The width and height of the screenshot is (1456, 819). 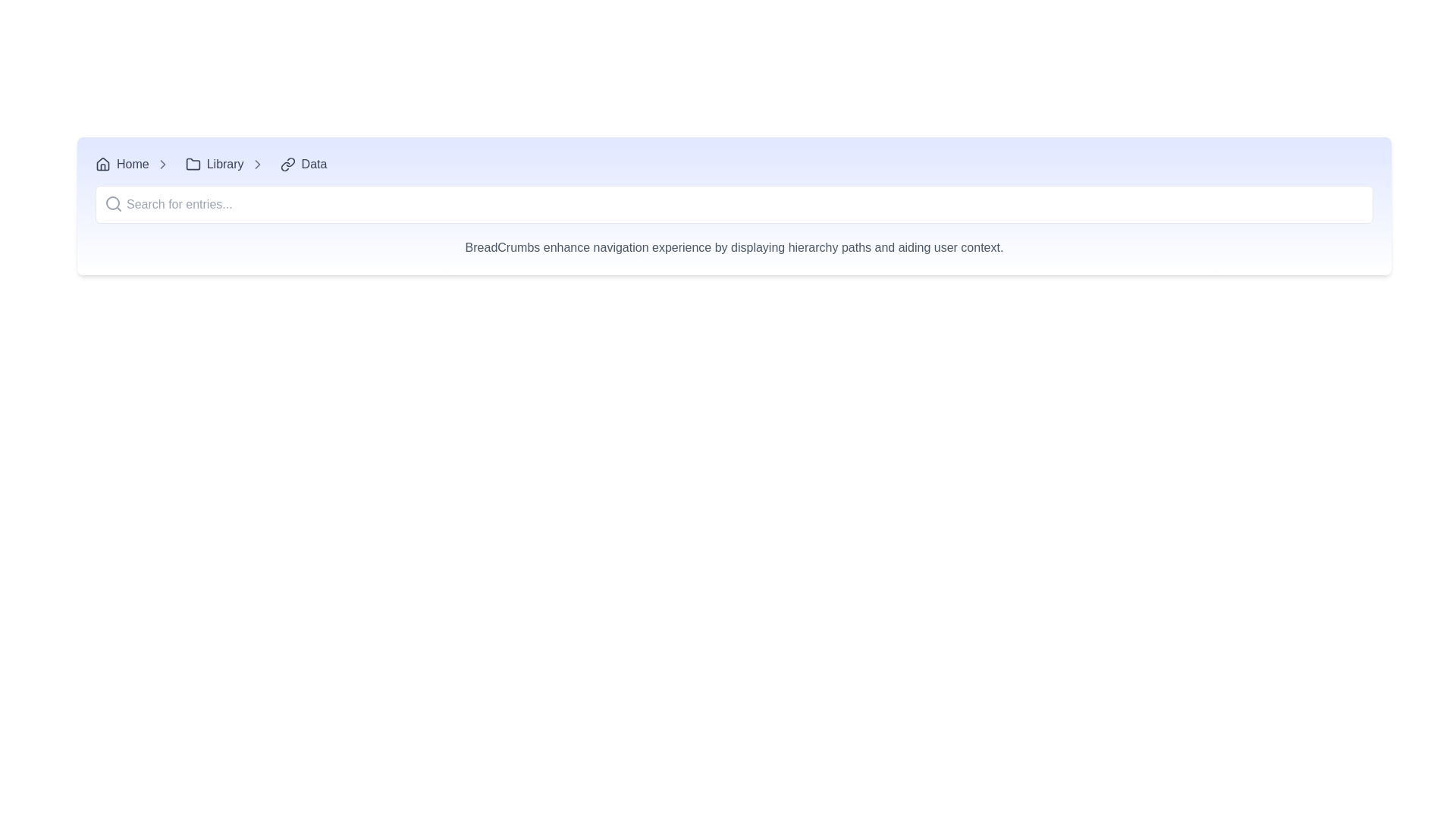 What do you see at coordinates (257, 164) in the screenshot?
I see `the chevron-shaped right arrow icon in the breadcrumb navigation interface that follows the 'Library' label` at bounding box center [257, 164].